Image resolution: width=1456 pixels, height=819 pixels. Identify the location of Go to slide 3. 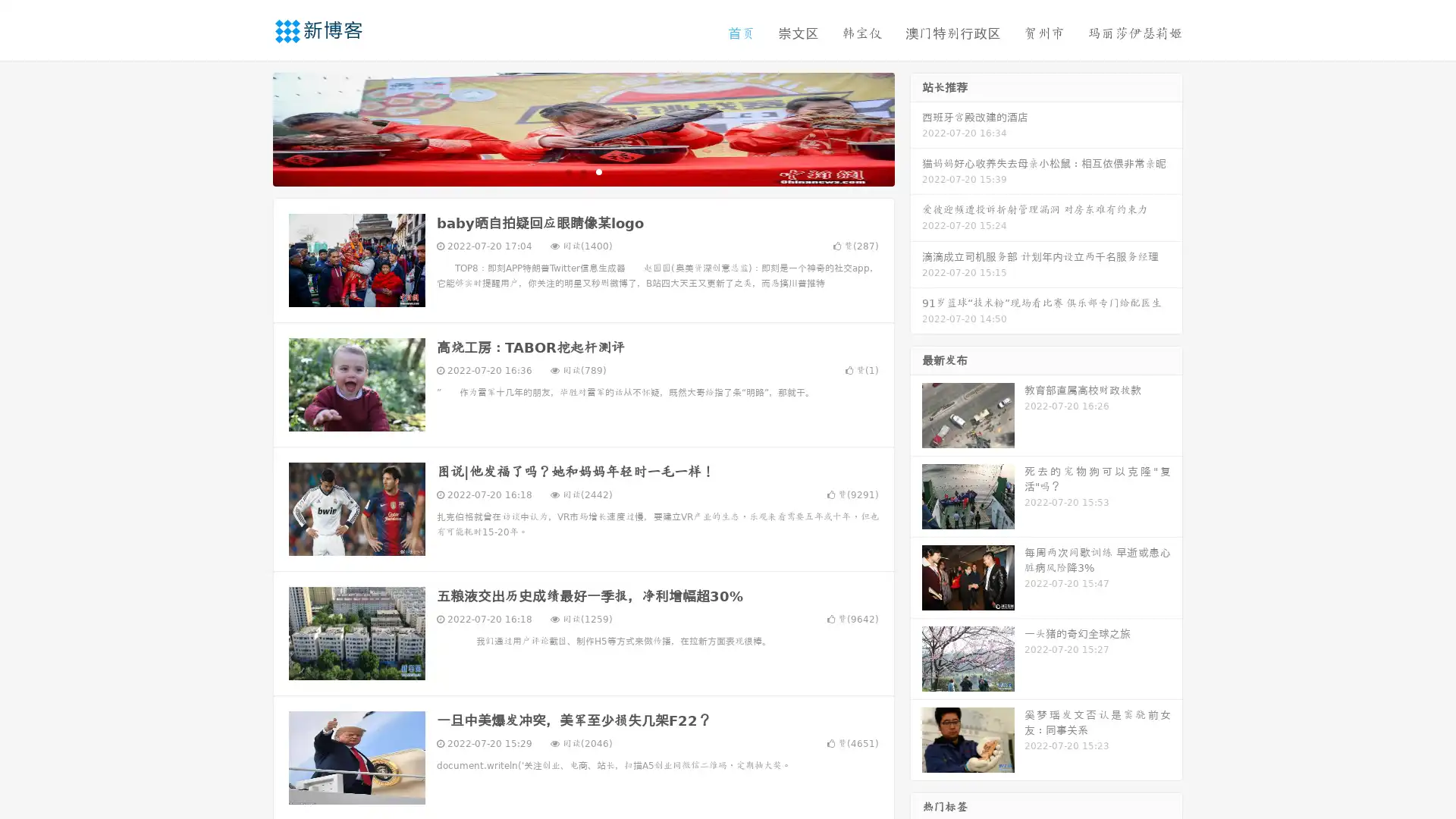
(598, 171).